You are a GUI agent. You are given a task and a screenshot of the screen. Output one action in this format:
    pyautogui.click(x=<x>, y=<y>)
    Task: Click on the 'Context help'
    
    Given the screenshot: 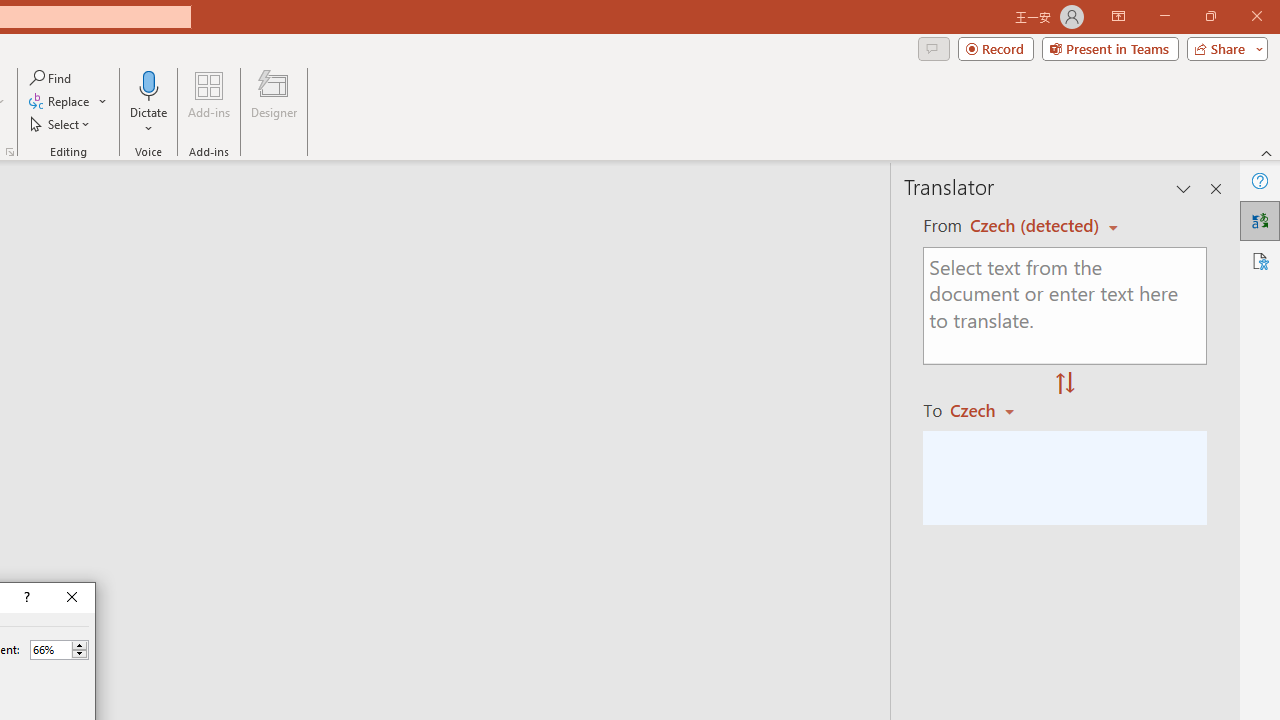 What is the action you would take?
    pyautogui.click(x=25, y=596)
    